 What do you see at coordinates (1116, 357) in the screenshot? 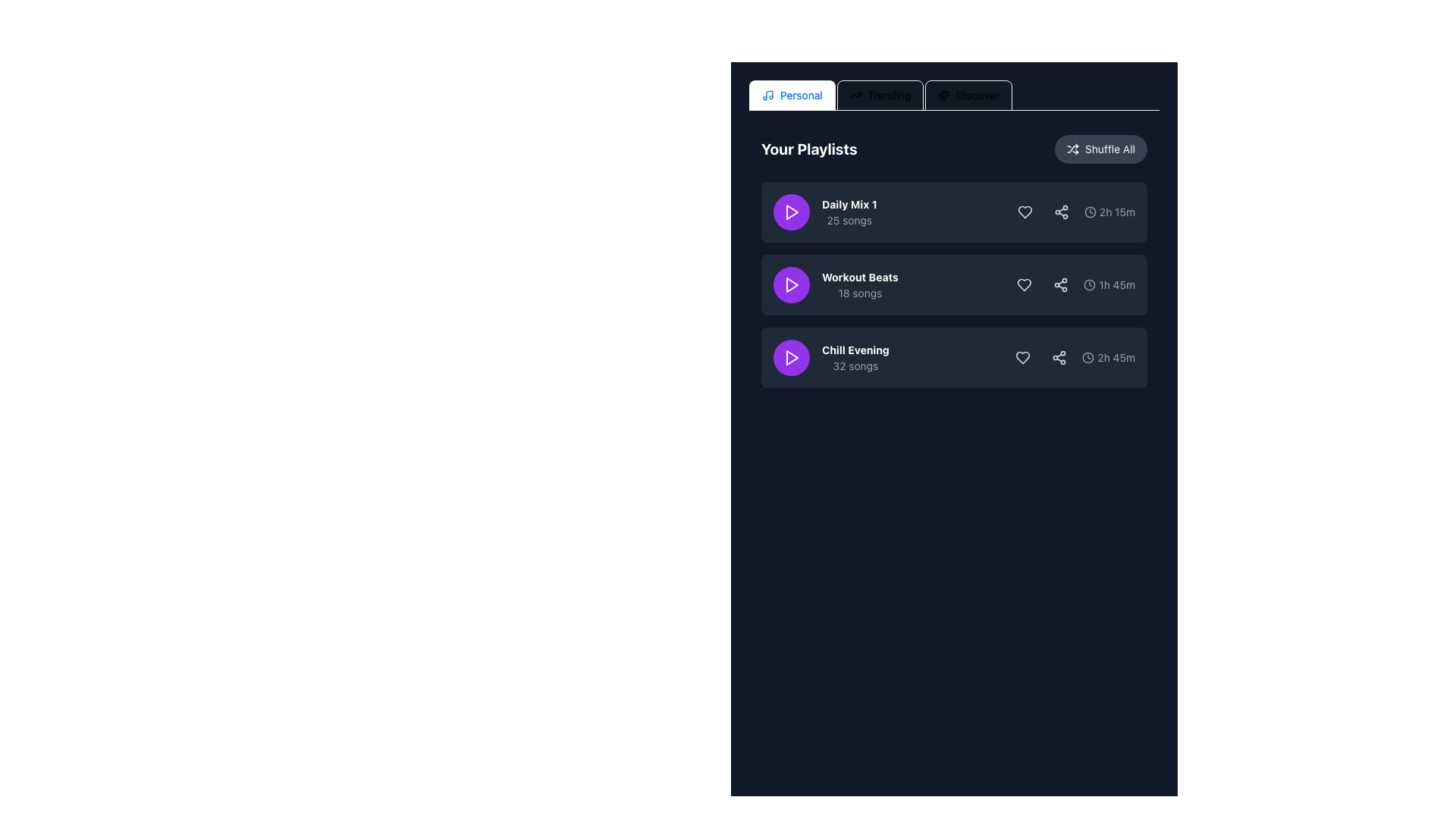
I see `the small light gray text label showing '2h 45m' located next to the clock icon in the lower-right corner of the 'Chill Evening' playlist entry` at bounding box center [1116, 357].